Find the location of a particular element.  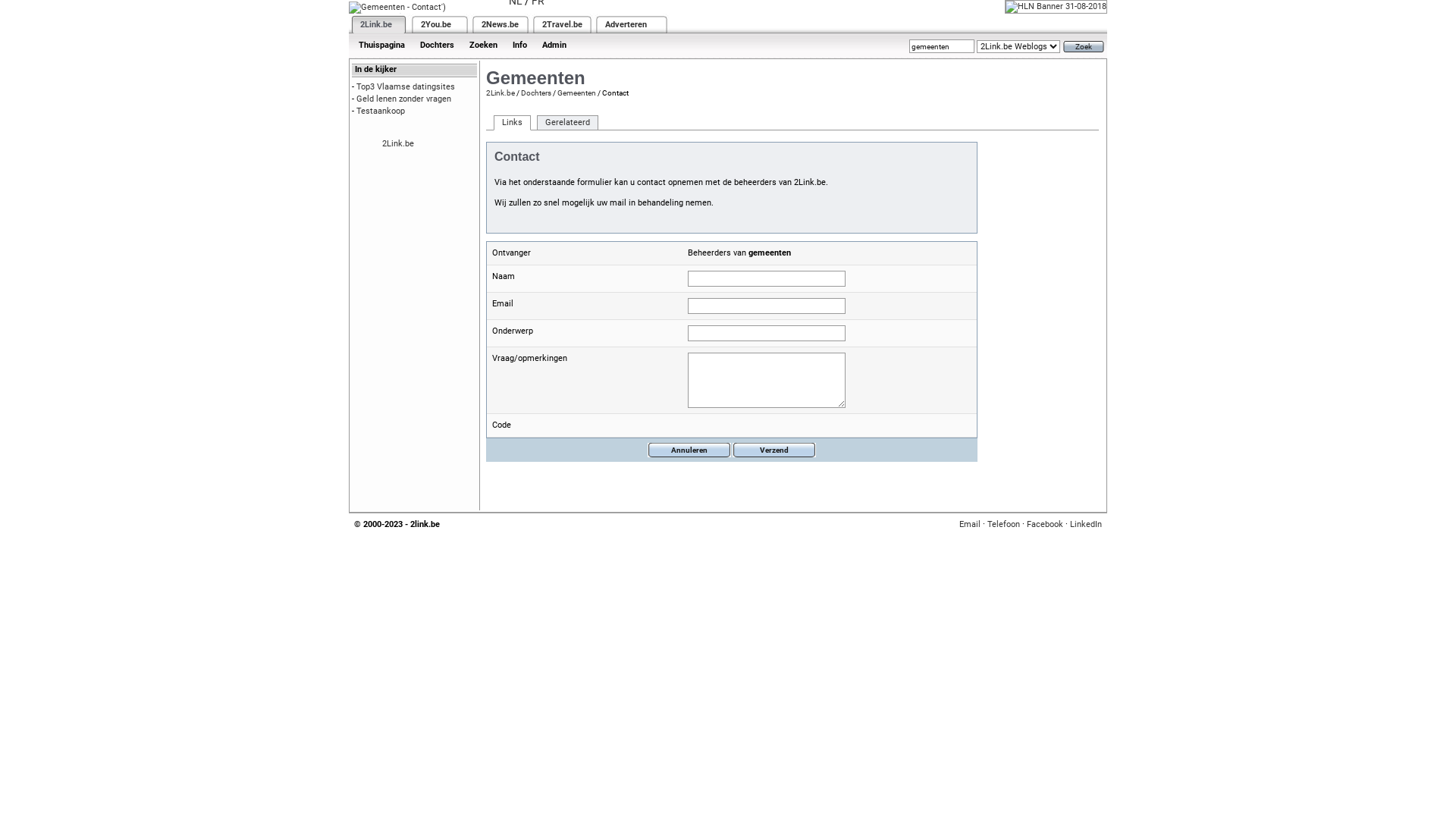

'LinkedIn' is located at coordinates (1069, 523).